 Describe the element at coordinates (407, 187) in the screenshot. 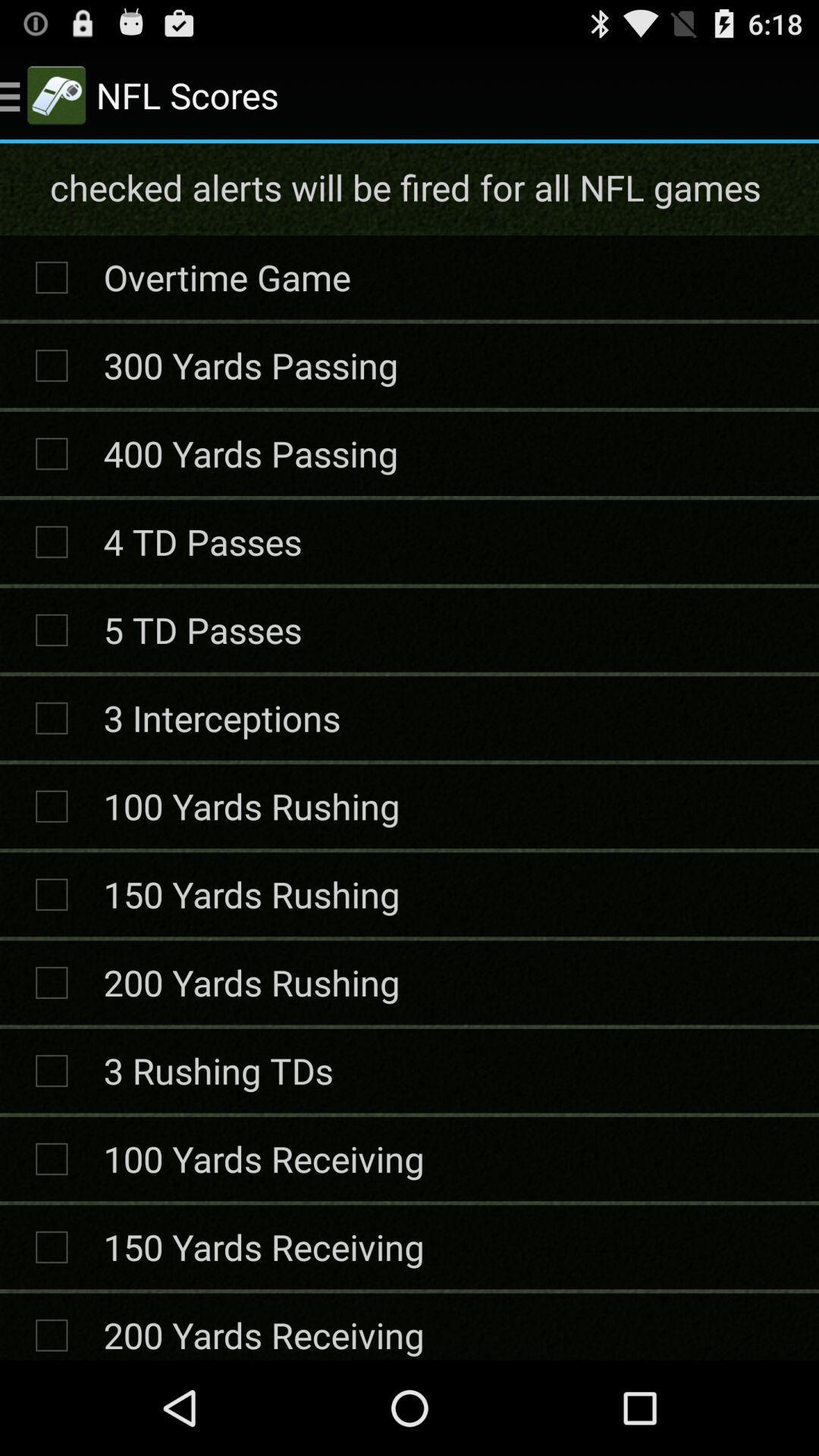

I see `checked alerts will icon` at that location.